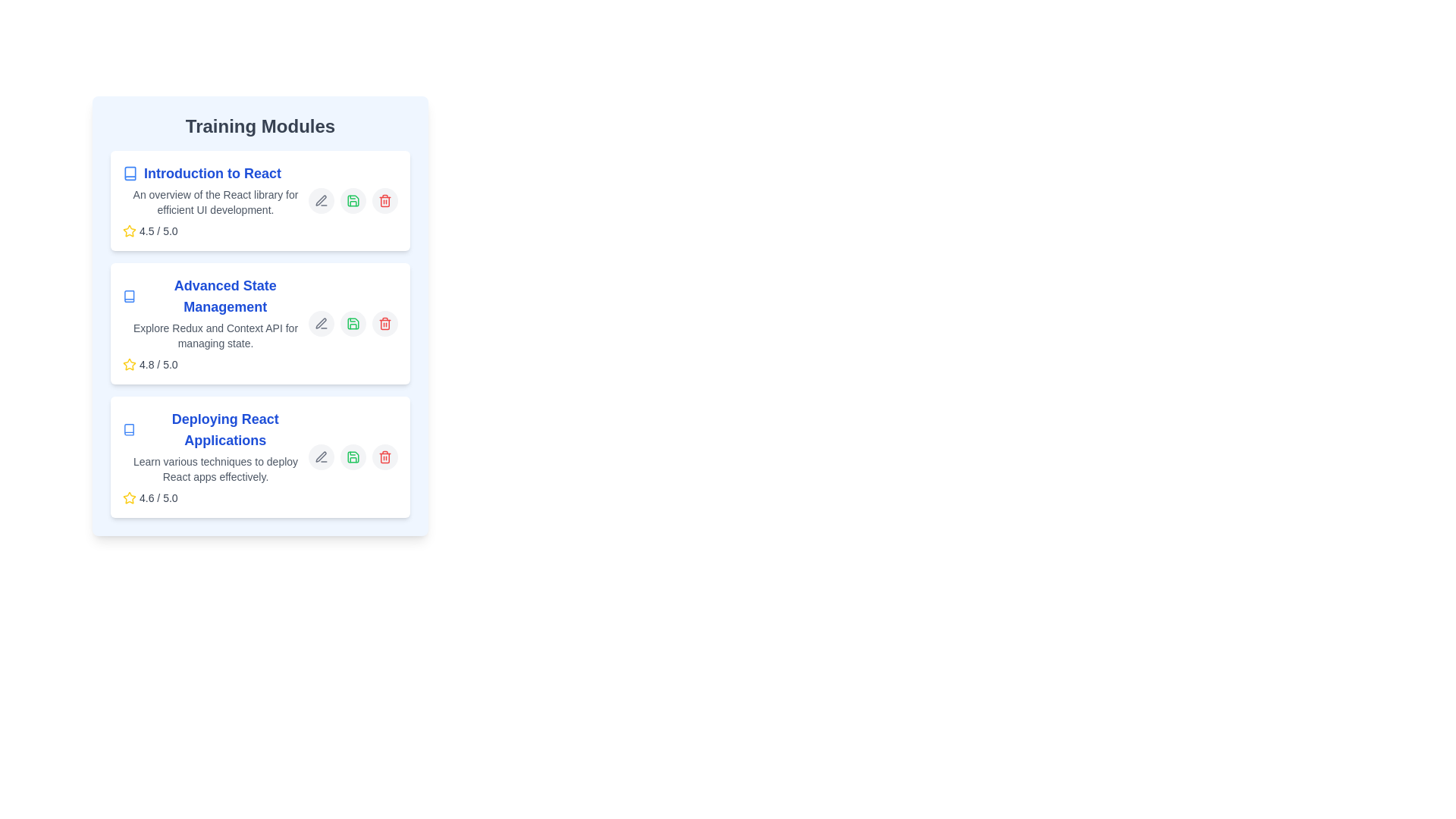  I want to click on the 'Advanced State Management' text element, which is styled with bold blue text and is the second item in the 'Training Modules' section, so click(215, 296).